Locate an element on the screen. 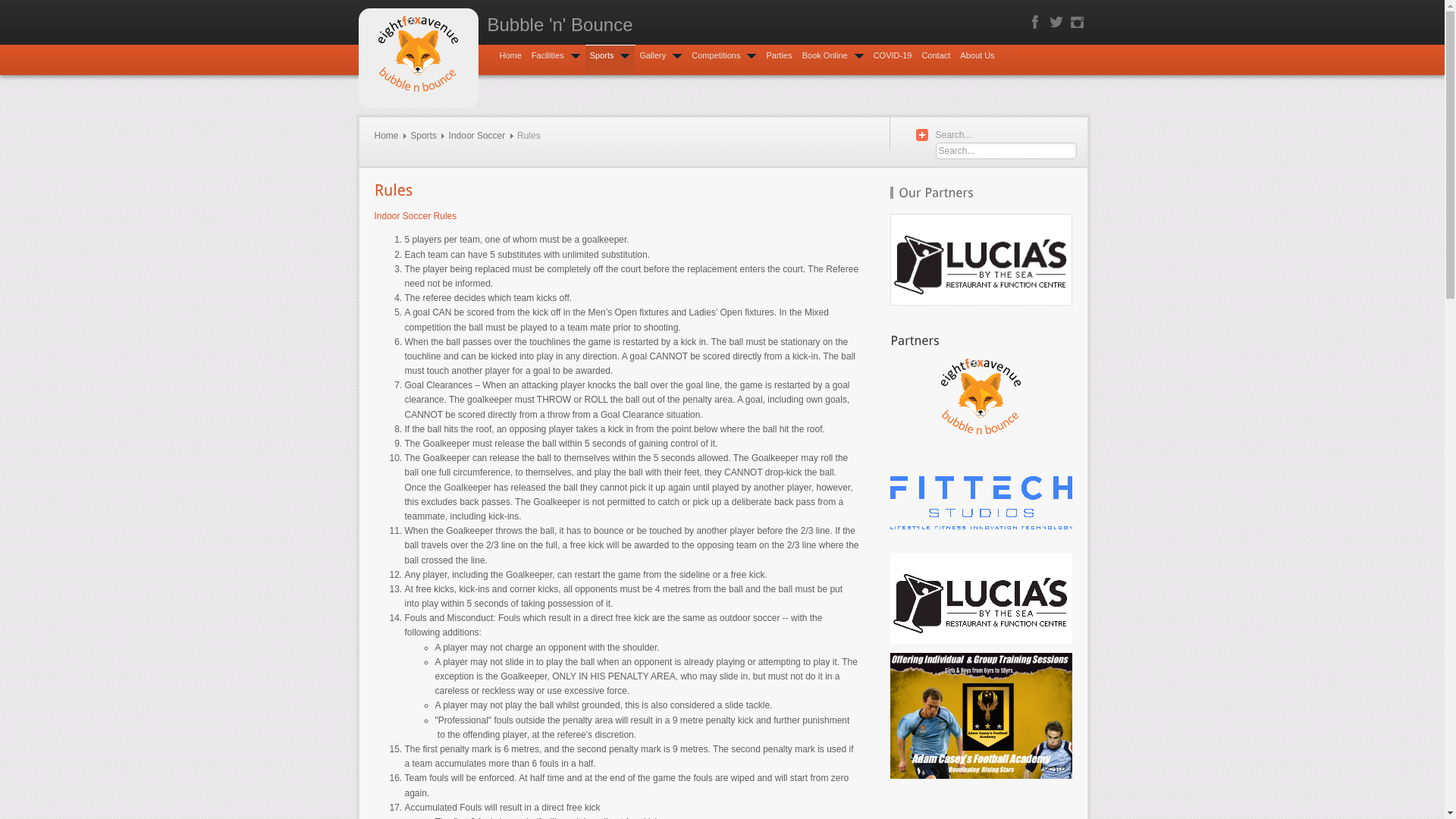 The width and height of the screenshot is (1456, 819). 'Visit FITTECH STUDIOS for your Fitness and Wellbeing needs!' is located at coordinates (981, 497).